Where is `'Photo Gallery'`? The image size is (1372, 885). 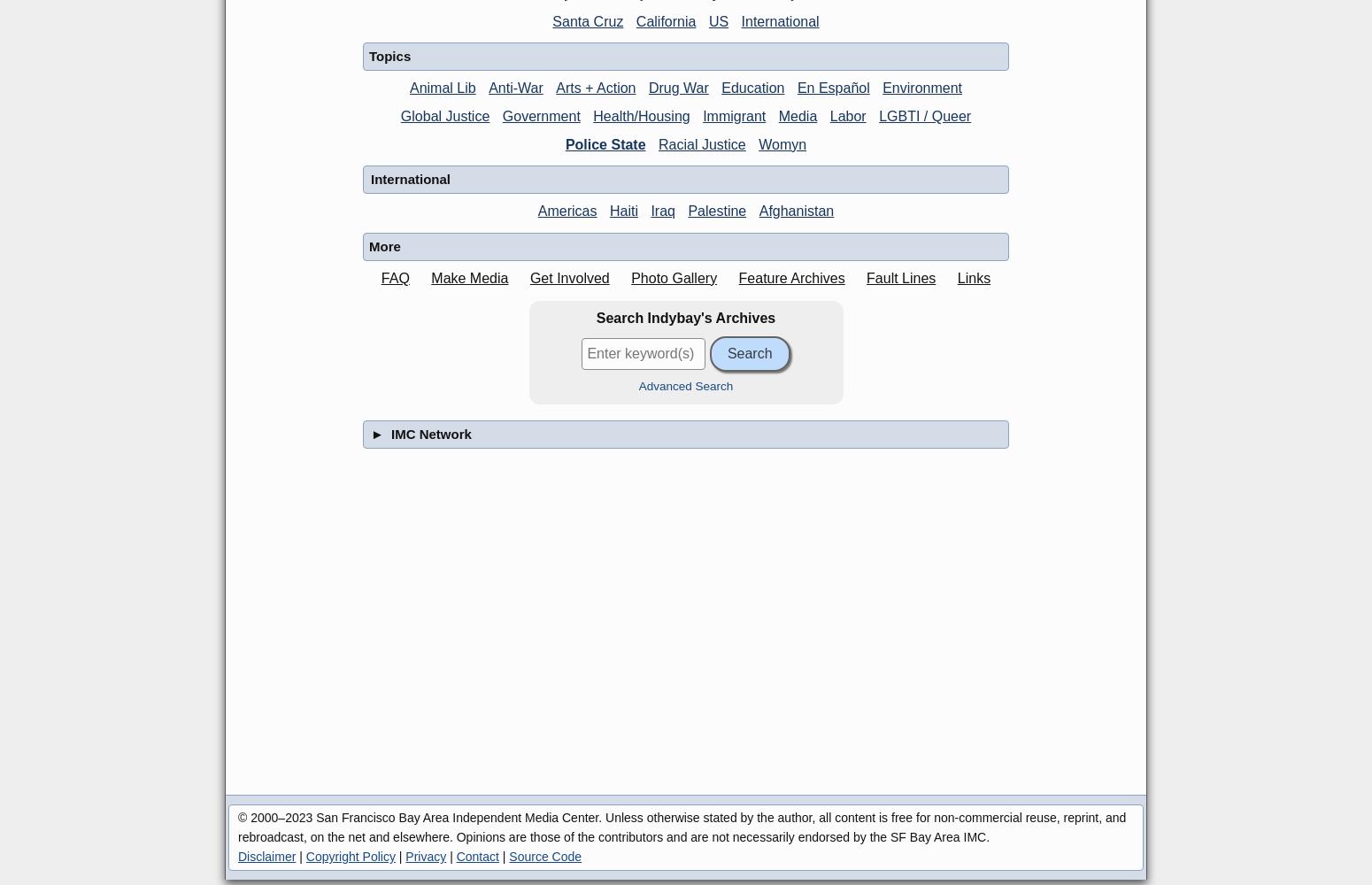
'Photo Gallery' is located at coordinates (674, 276).